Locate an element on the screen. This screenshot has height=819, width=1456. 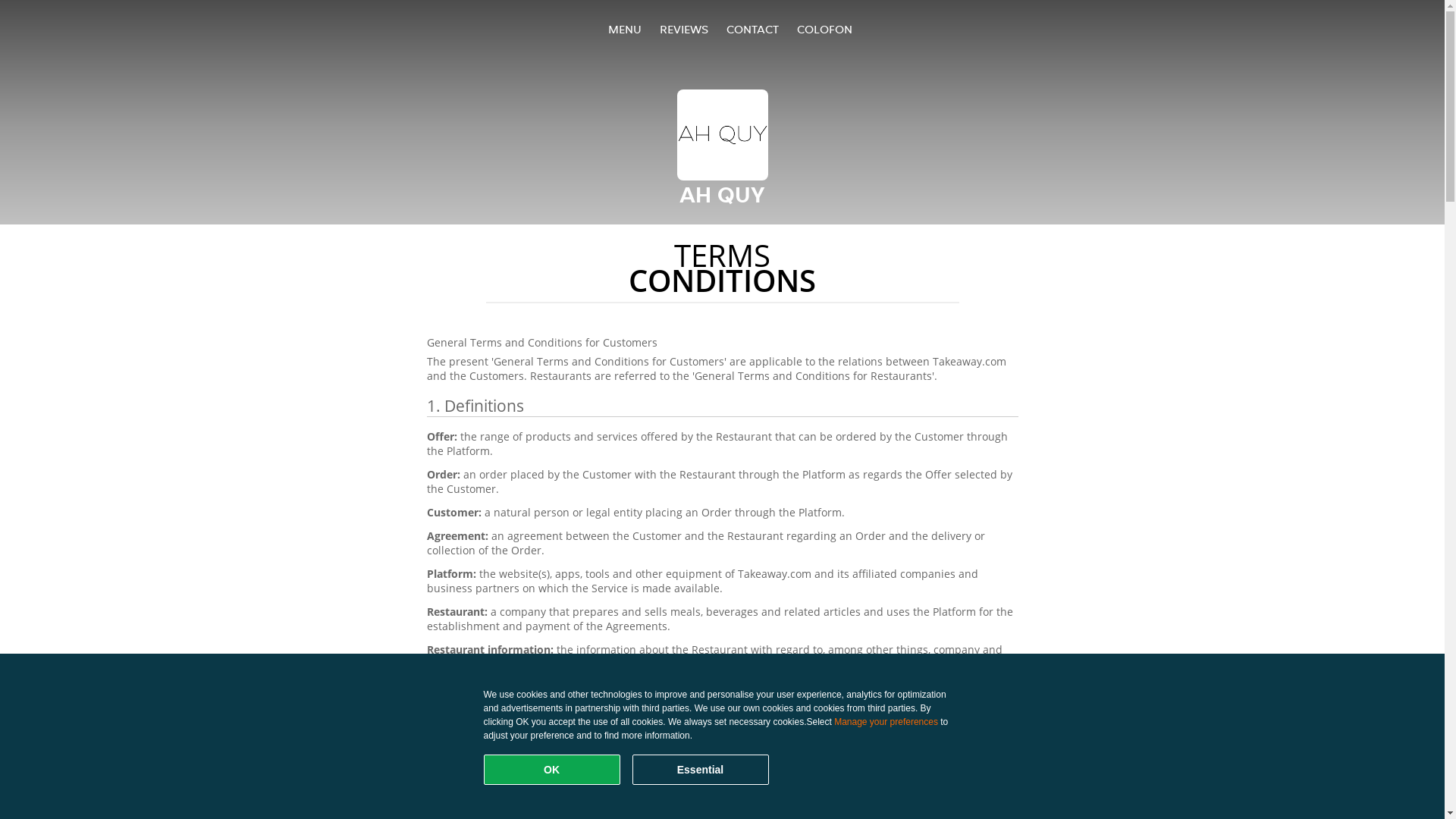
'MENU' is located at coordinates (625, 29).